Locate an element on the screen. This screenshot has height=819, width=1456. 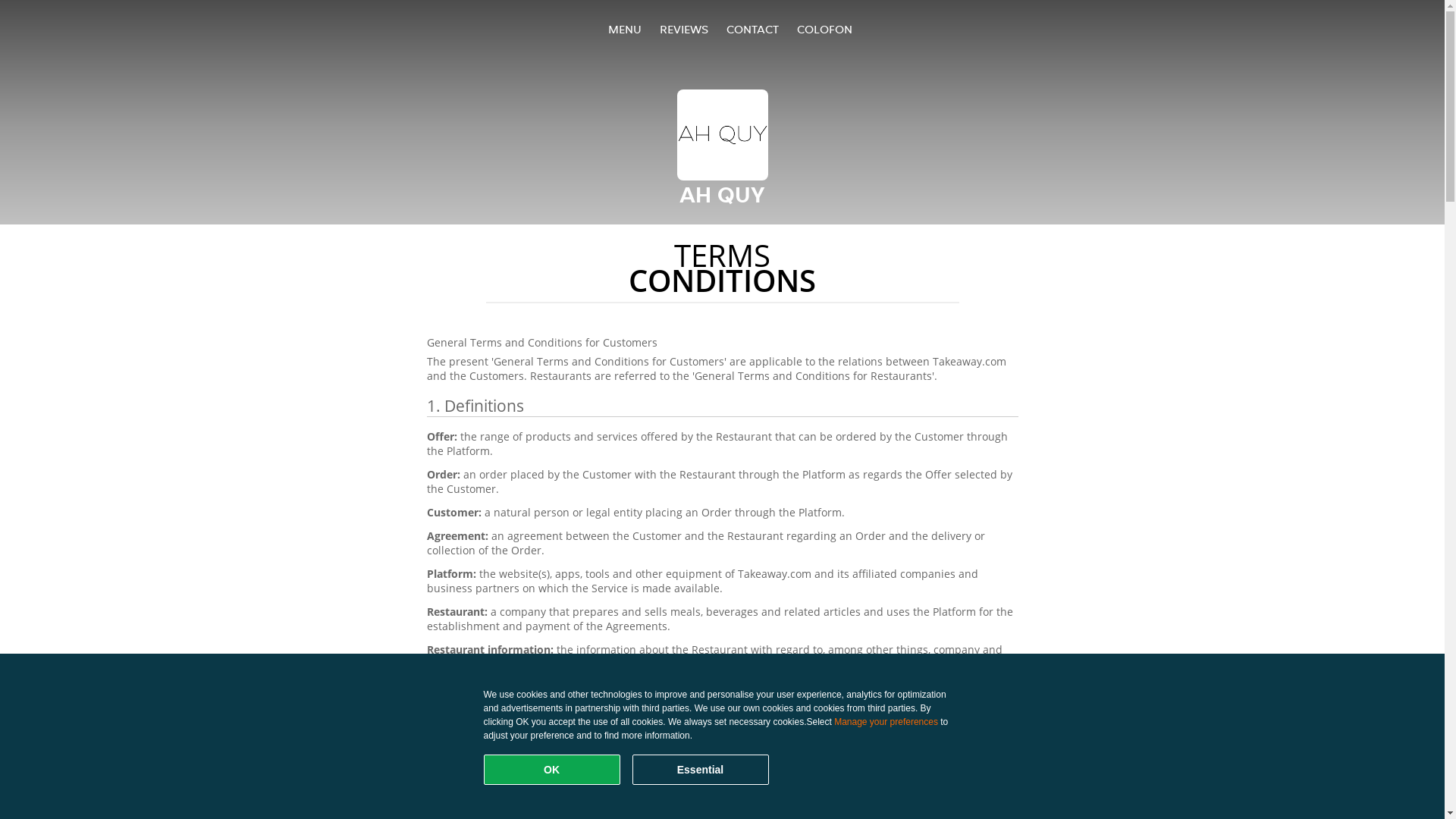
'MENU' is located at coordinates (625, 29).